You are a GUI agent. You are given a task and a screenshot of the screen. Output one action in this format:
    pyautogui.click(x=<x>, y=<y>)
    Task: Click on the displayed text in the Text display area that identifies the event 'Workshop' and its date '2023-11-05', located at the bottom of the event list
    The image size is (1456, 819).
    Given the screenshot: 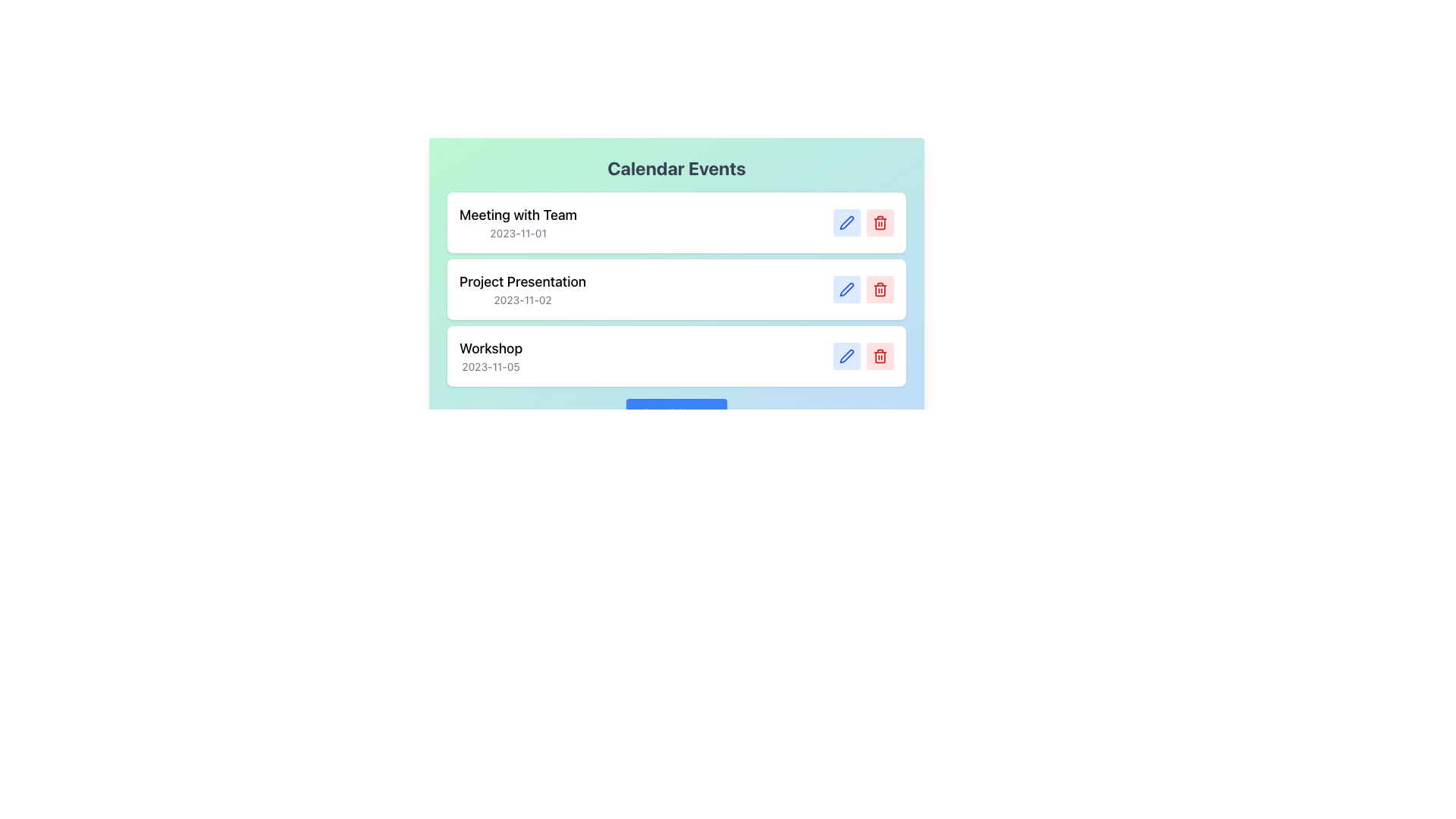 What is the action you would take?
    pyautogui.click(x=491, y=356)
    